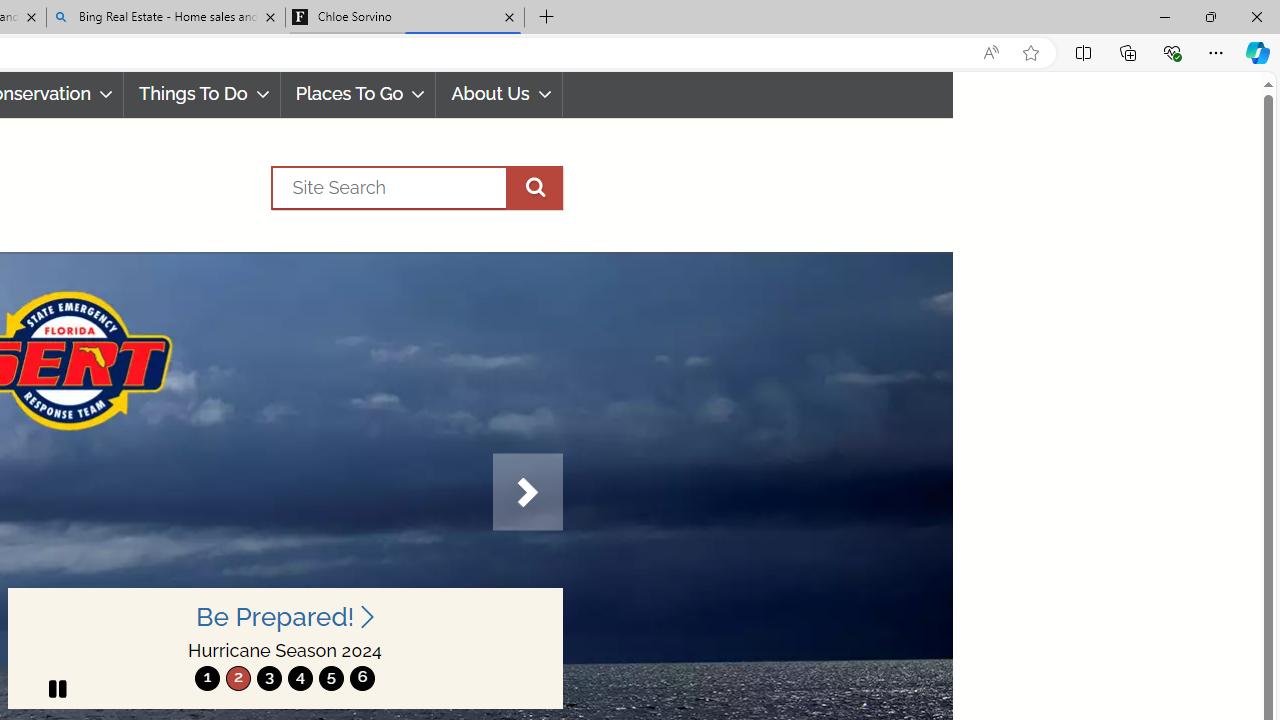 The height and width of the screenshot is (720, 1280). I want to click on 'move to slide 3', so click(268, 677).